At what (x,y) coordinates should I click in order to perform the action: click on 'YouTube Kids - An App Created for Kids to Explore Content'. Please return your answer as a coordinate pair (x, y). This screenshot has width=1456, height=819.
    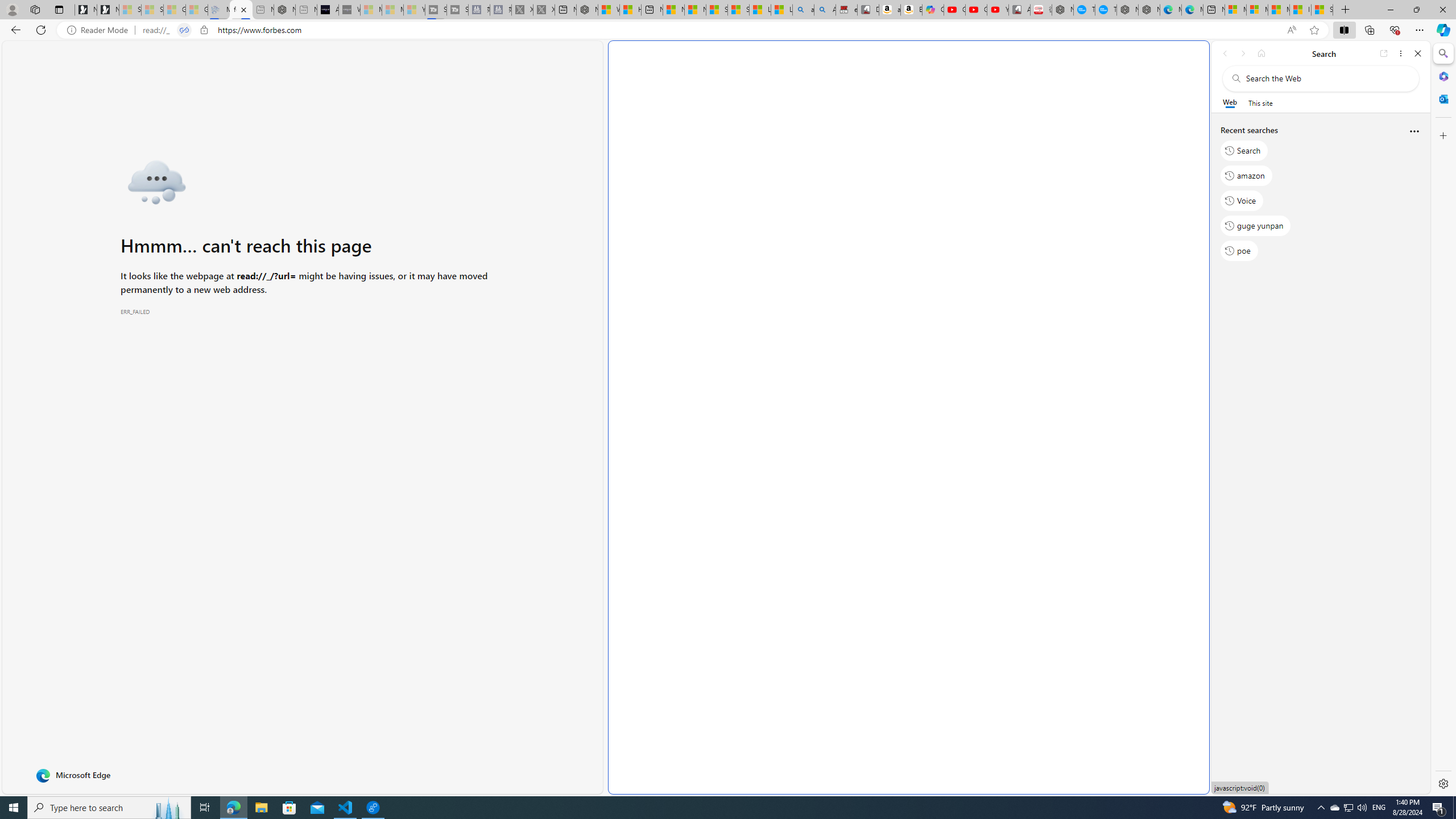
    Looking at the image, I should click on (997, 9).